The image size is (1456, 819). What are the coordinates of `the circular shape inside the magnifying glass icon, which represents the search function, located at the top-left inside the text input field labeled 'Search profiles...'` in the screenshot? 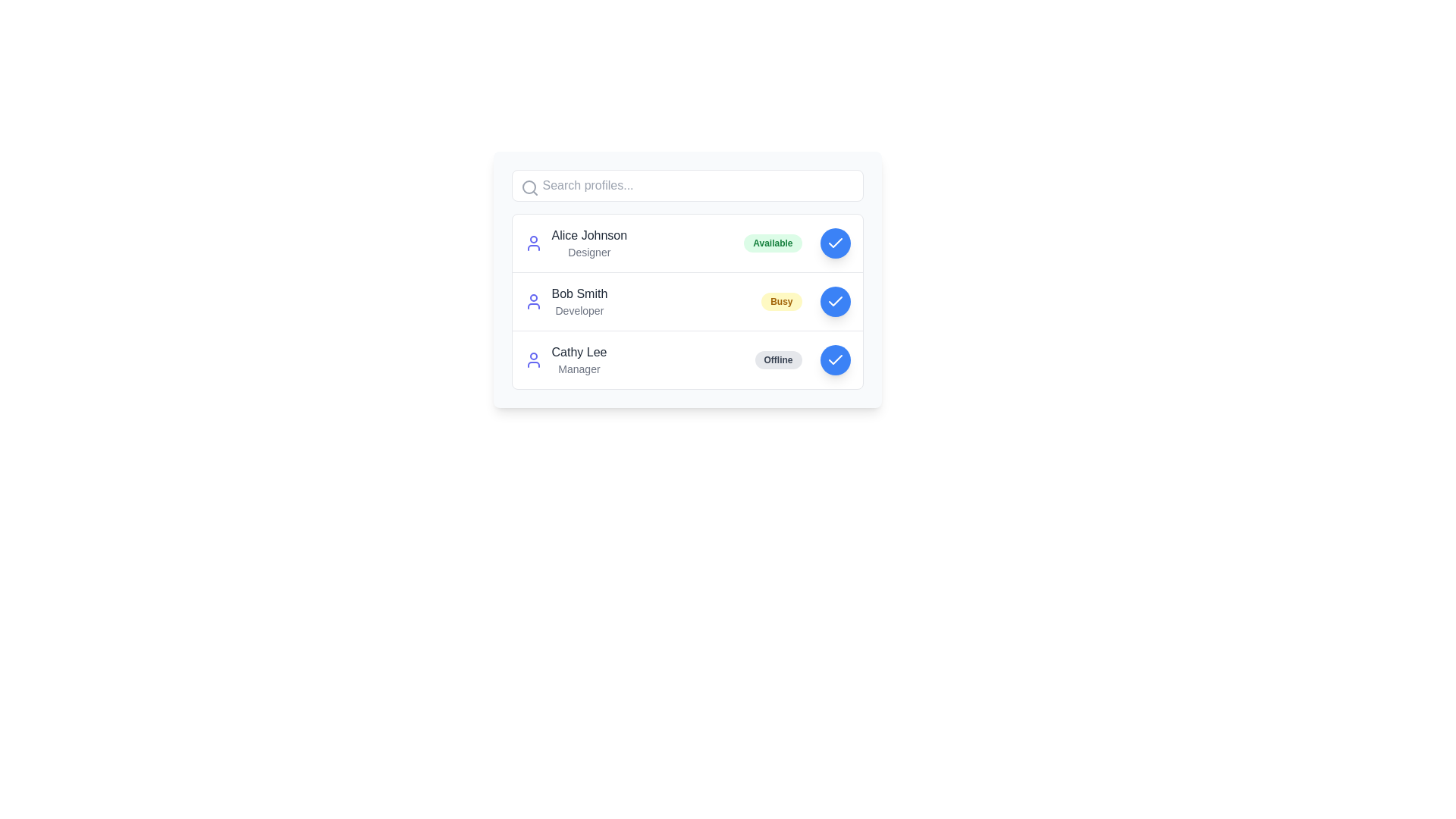 It's located at (529, 186).